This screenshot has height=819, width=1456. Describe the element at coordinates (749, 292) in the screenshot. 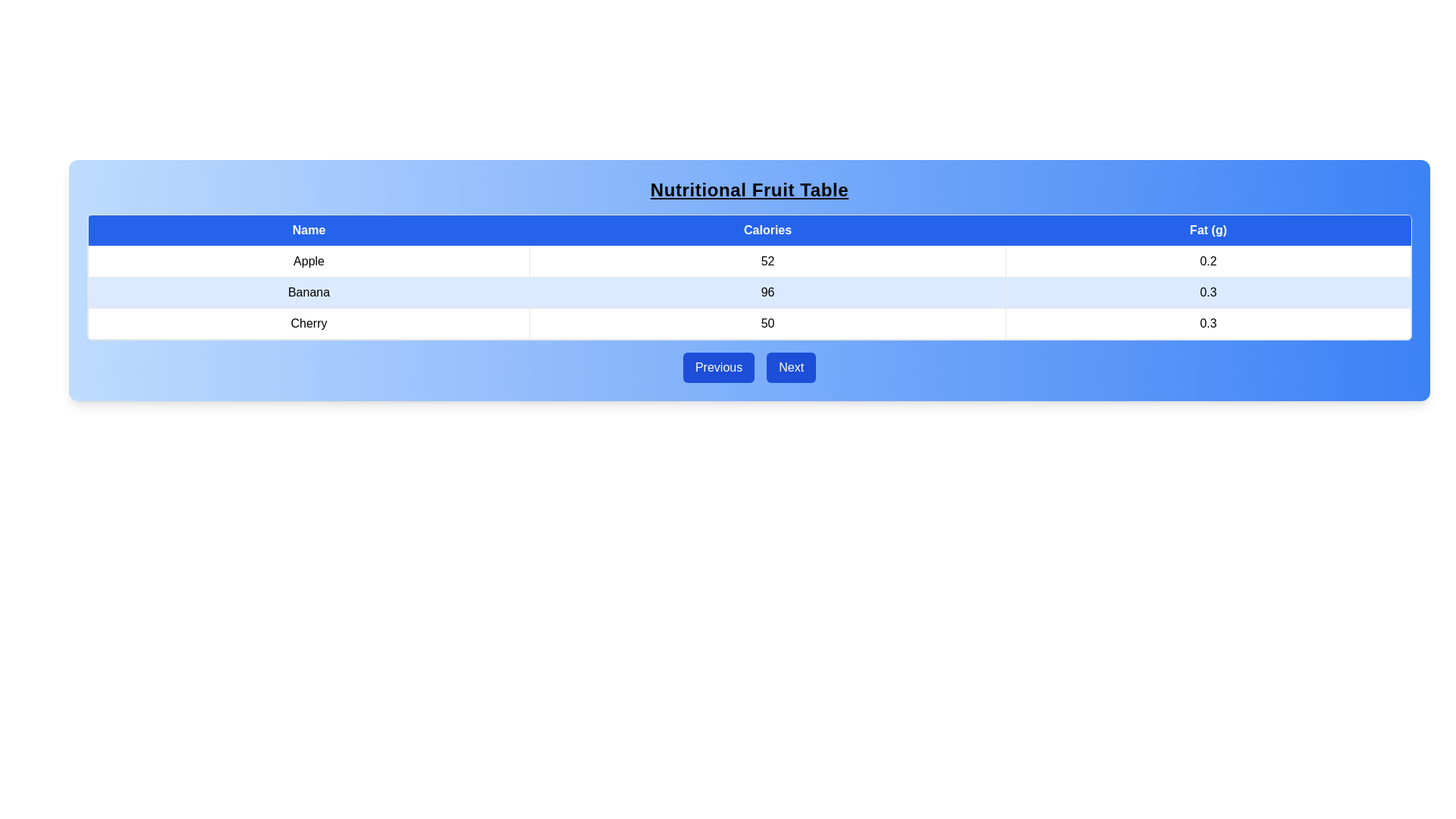

I see `the table row displaying information about 'Banana', which is the second row in the table, positioned between 'Apple' and 'Cherry'` at that location.